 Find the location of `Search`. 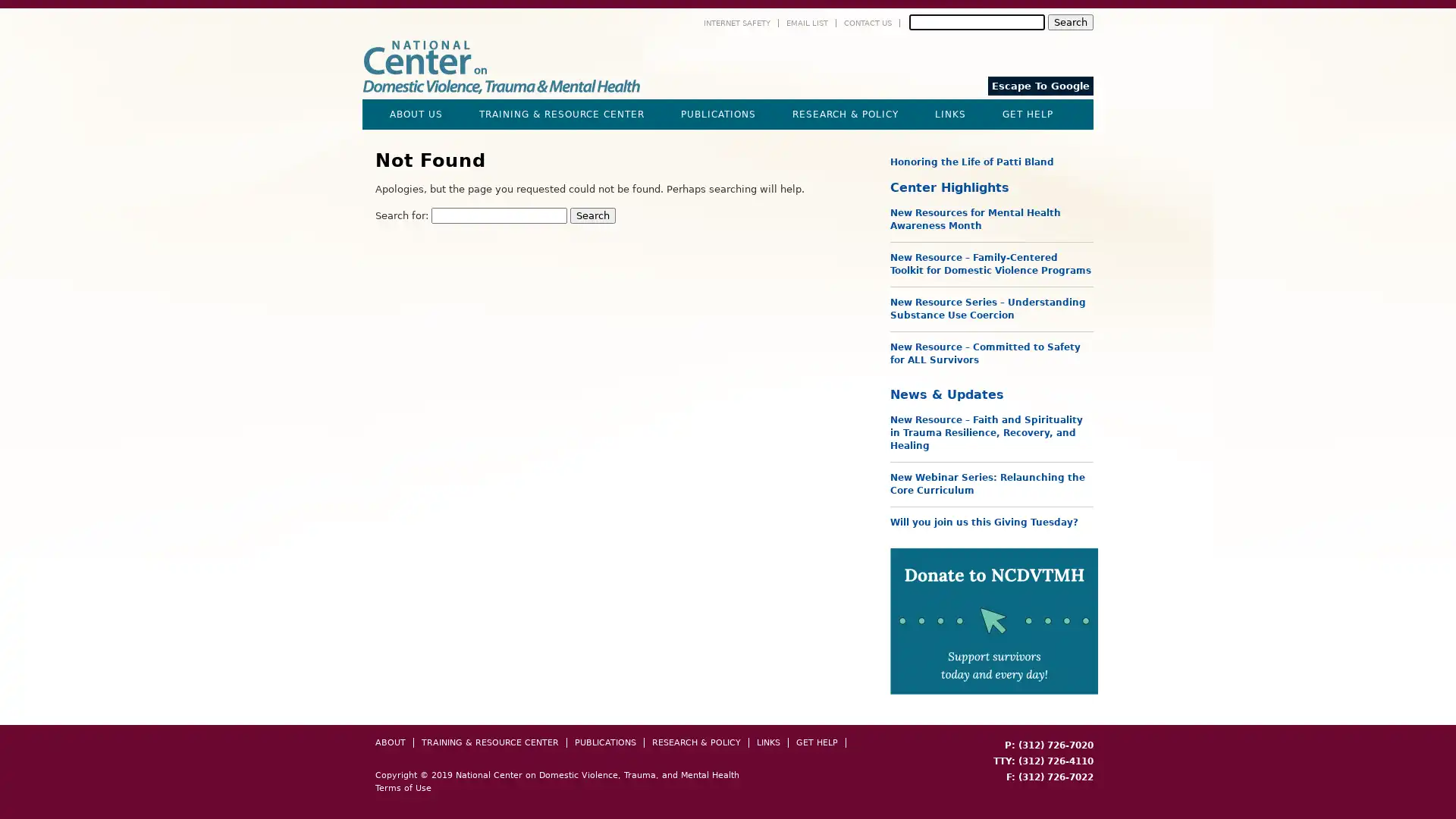

Search is located at coordinates (592, 215).